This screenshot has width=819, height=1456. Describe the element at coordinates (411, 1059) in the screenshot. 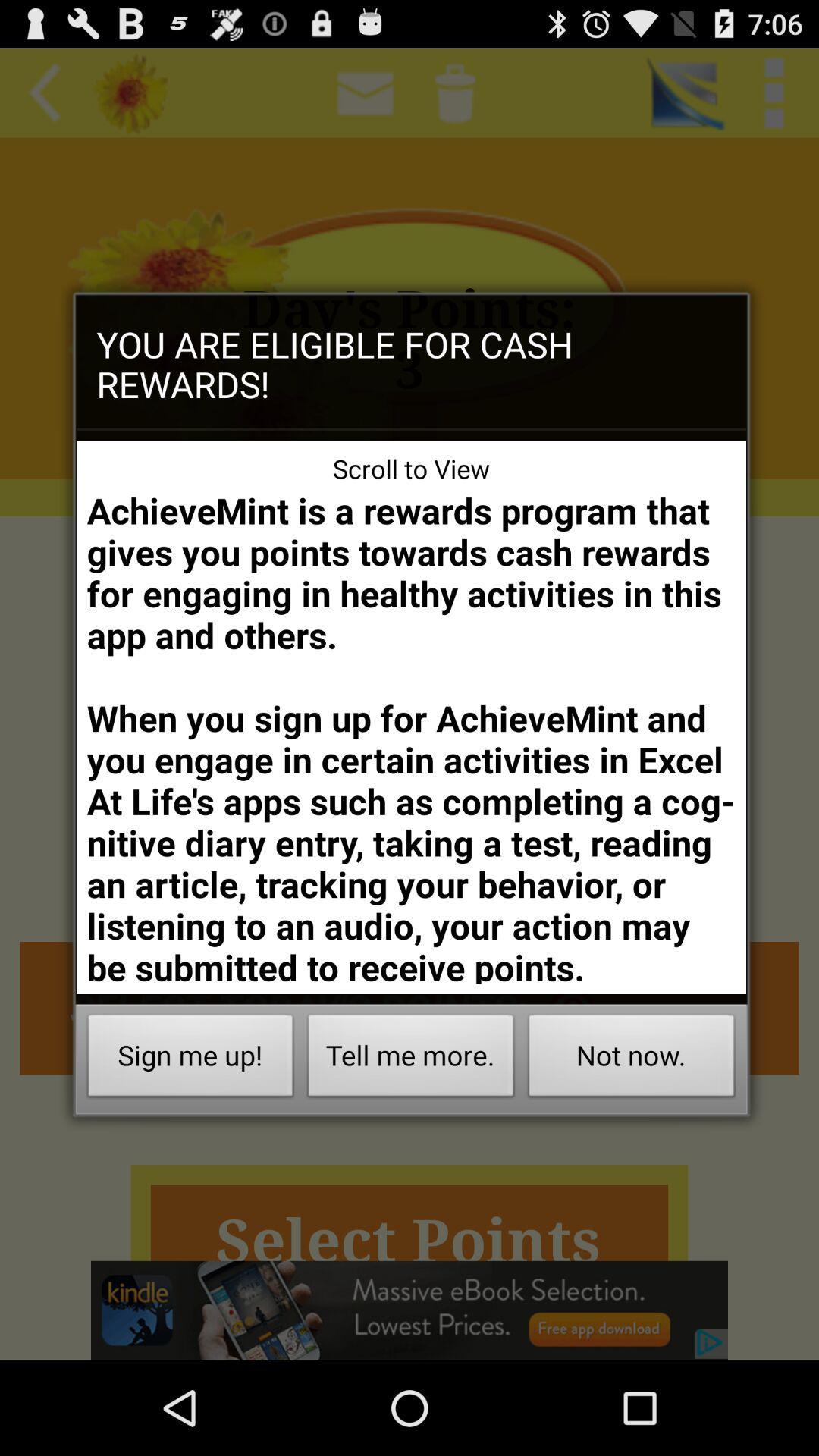

I see `the tell me more. at the bottom` at that location.